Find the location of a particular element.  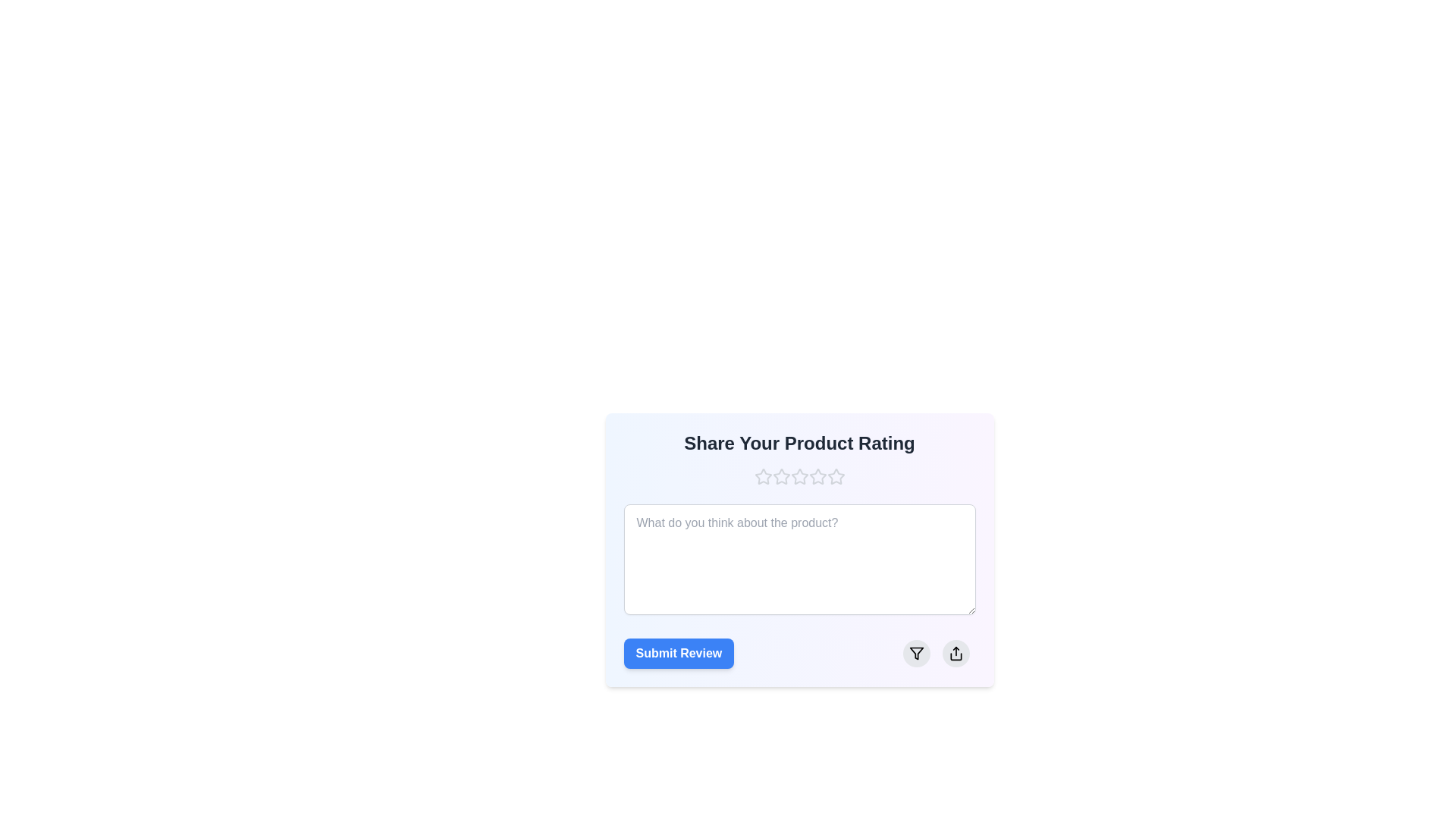

the second unfilled star icon with a gray outline and a white fill, located below the 'Share Your Product Rating' text is located at coordinates (781, 475).